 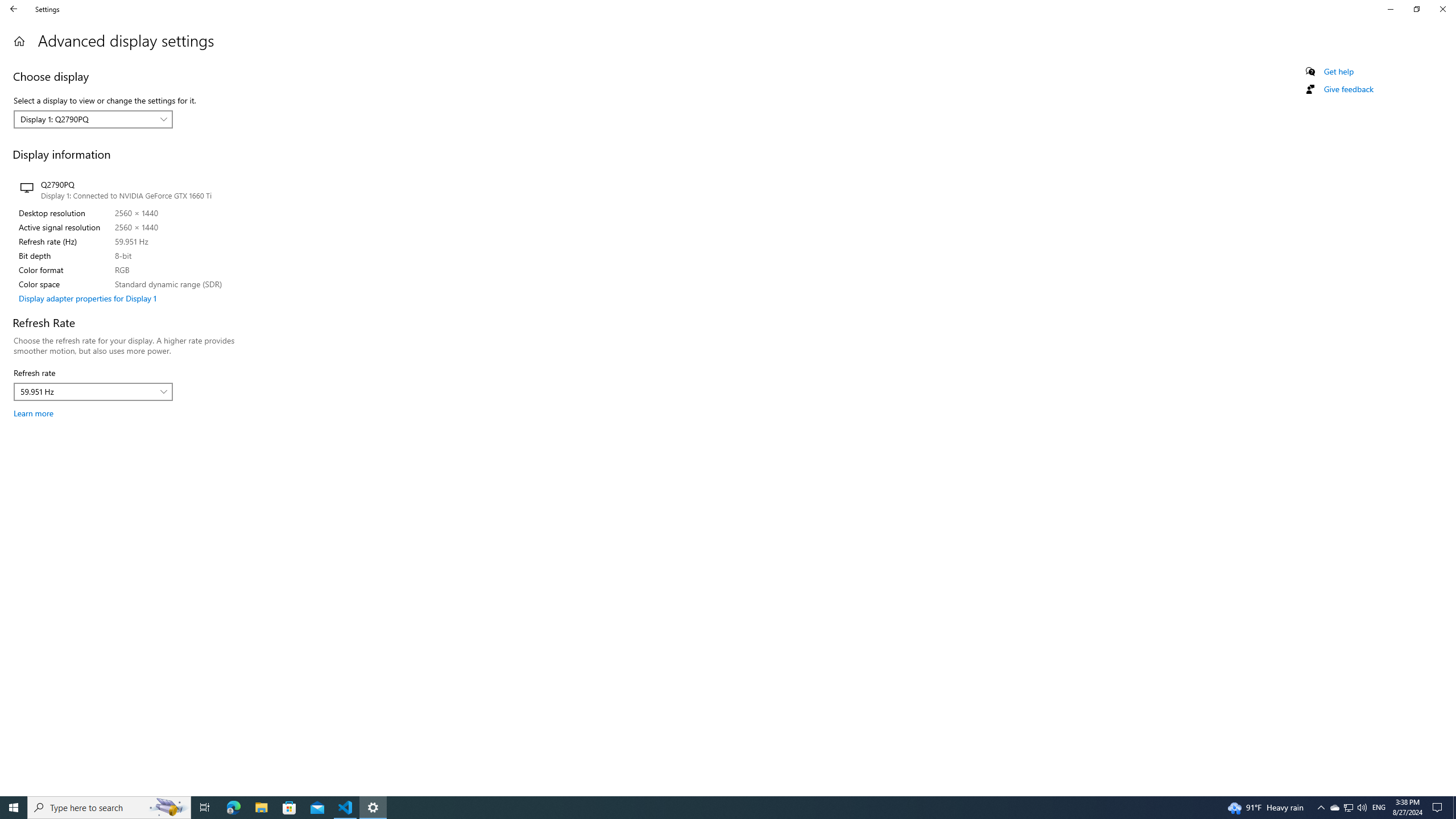 I want to click on 'Close Settings', so click(x=1442, y=9).